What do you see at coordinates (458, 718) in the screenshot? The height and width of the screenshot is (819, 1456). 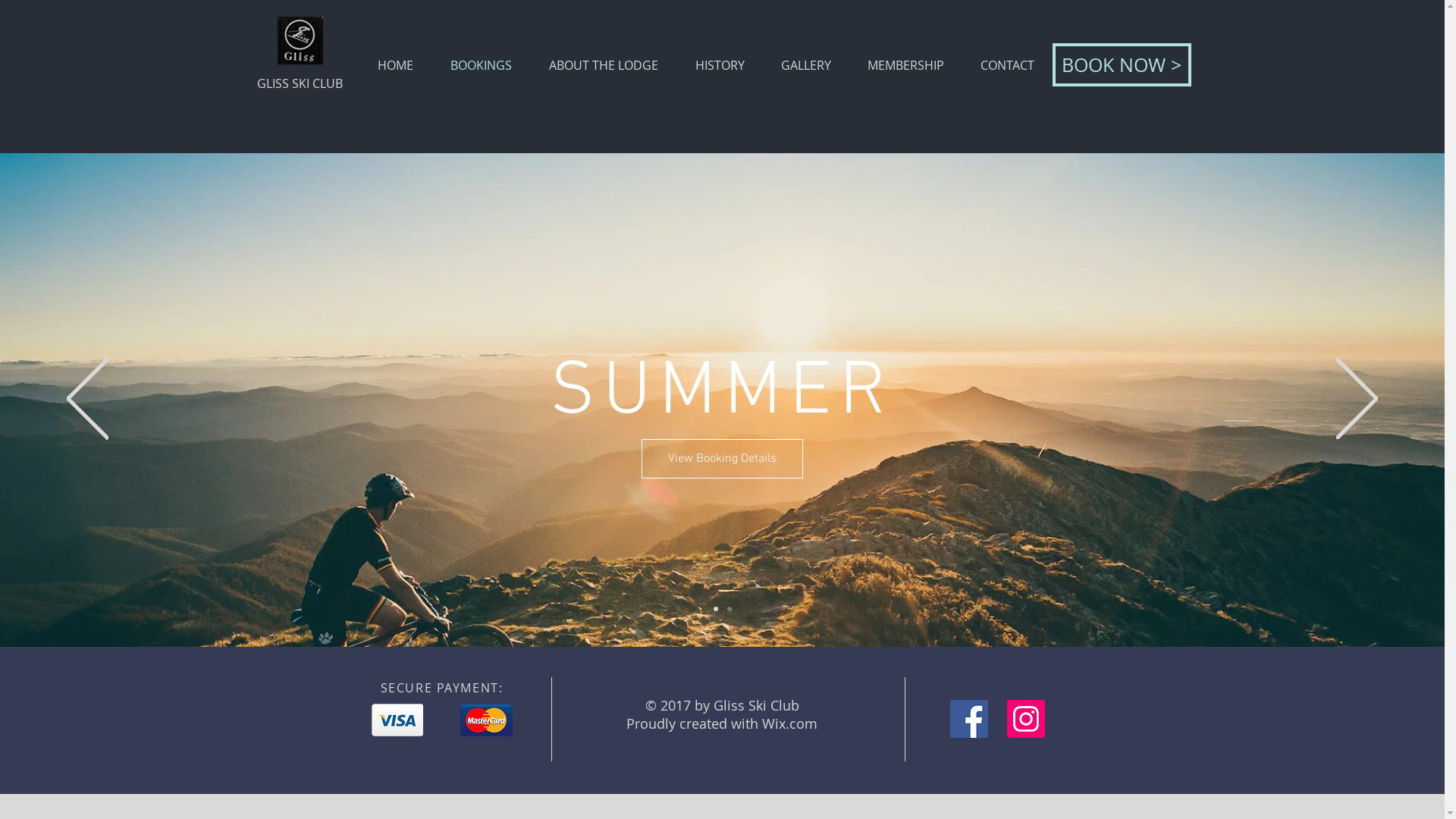 I see `'master.png'` at bounding box center [458, 718].